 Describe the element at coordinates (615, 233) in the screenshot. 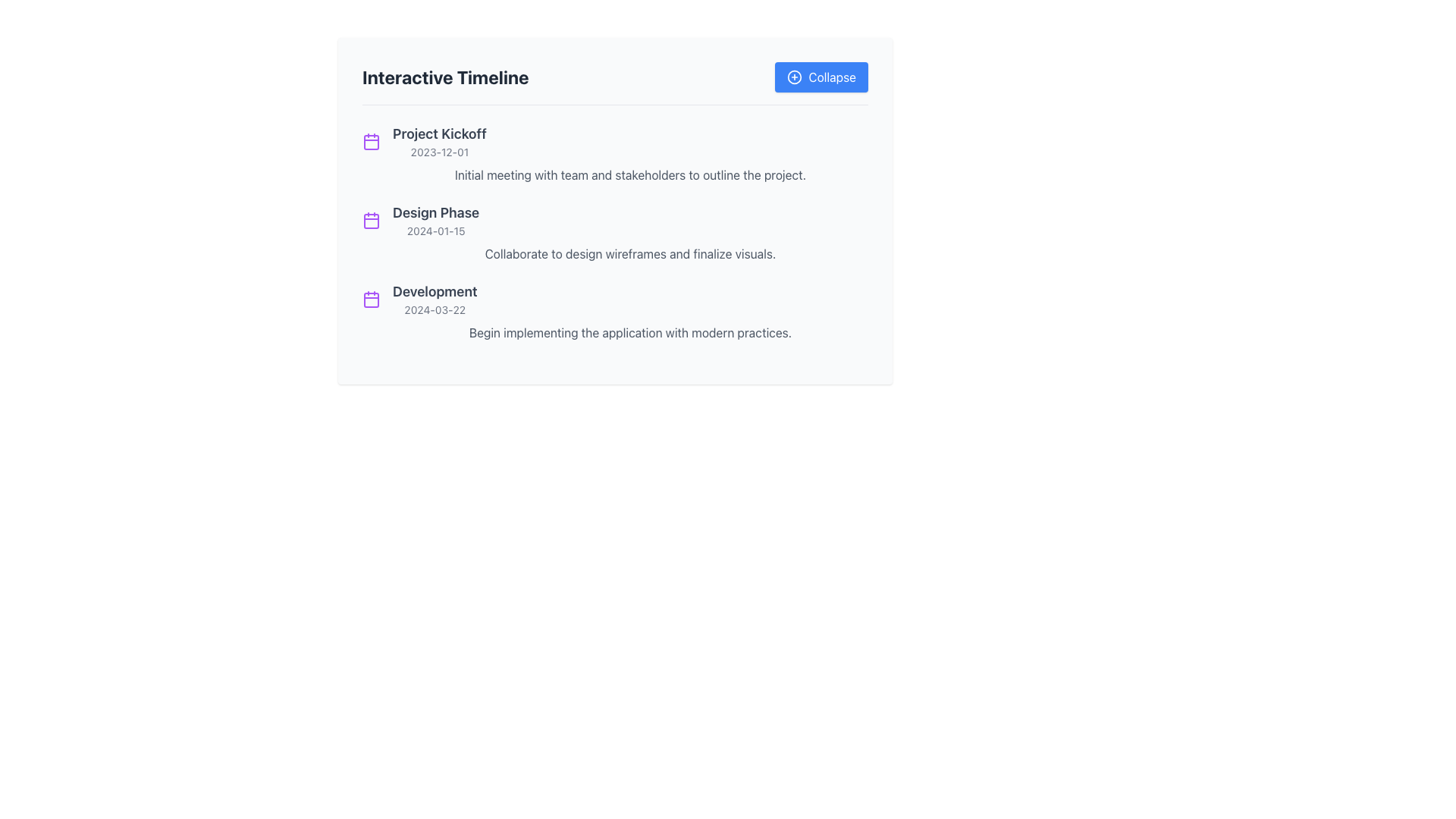

I see `contents of the second entry in the project timeline, located between 'Project Kickoff' and 'Development'` at that location.